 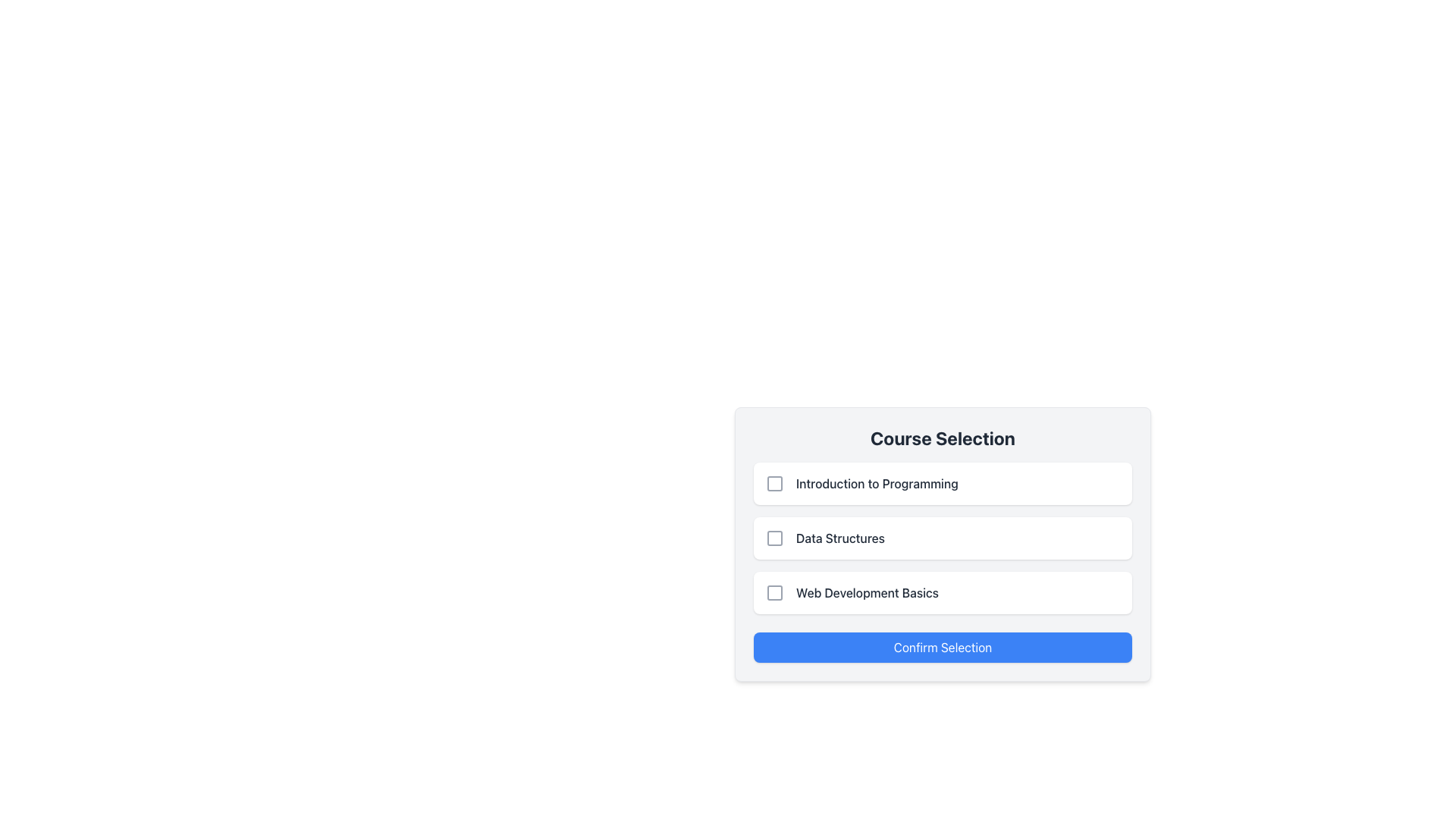 What do you see at coordinates (775, 592) in the screenshot?
I see `the checkbox associated with the 'Web Development Basics' entry in the list` at bounding box center [775, 592].